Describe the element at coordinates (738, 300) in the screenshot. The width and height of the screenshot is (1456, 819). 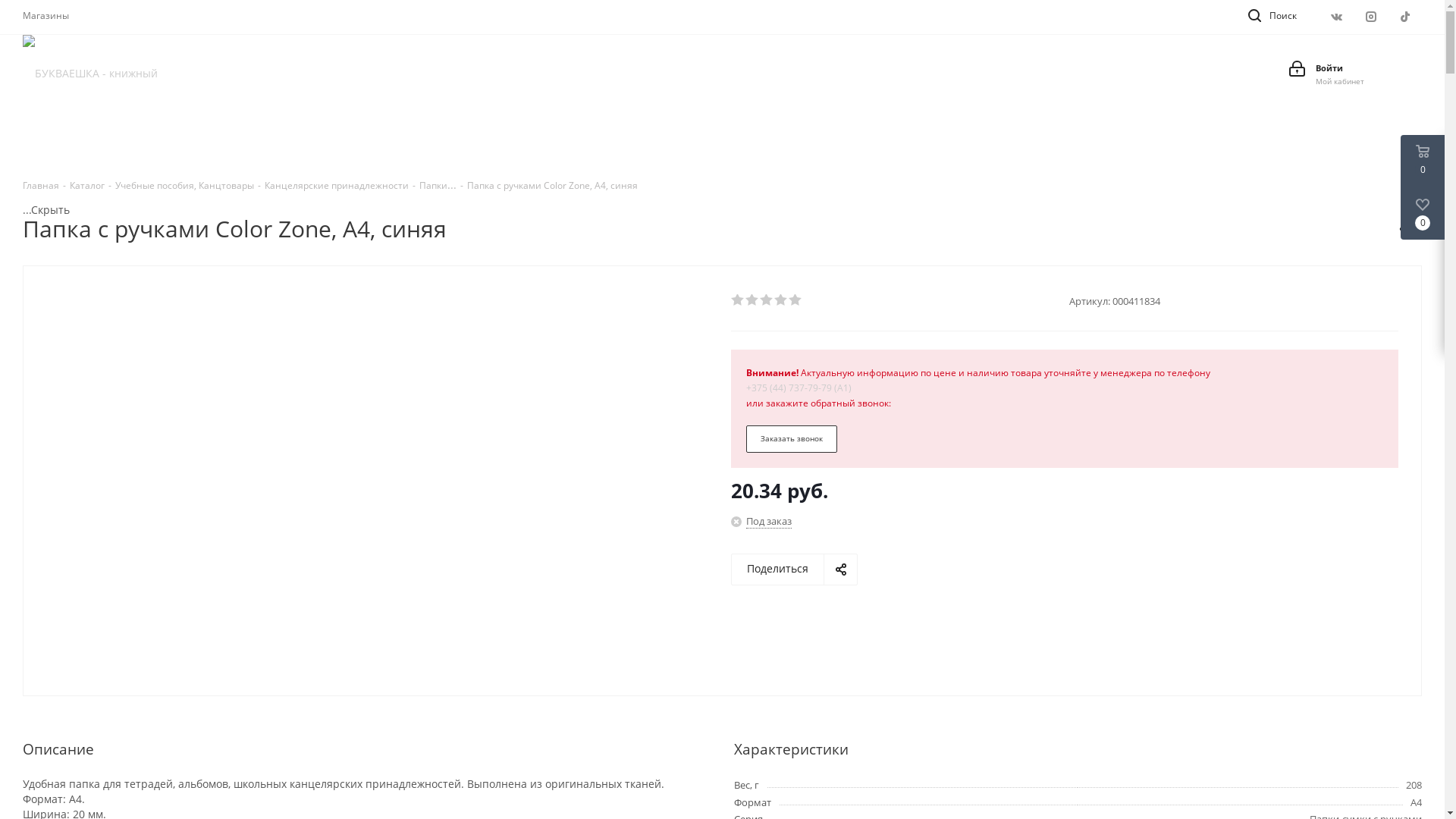
I see `'1'` at that location.